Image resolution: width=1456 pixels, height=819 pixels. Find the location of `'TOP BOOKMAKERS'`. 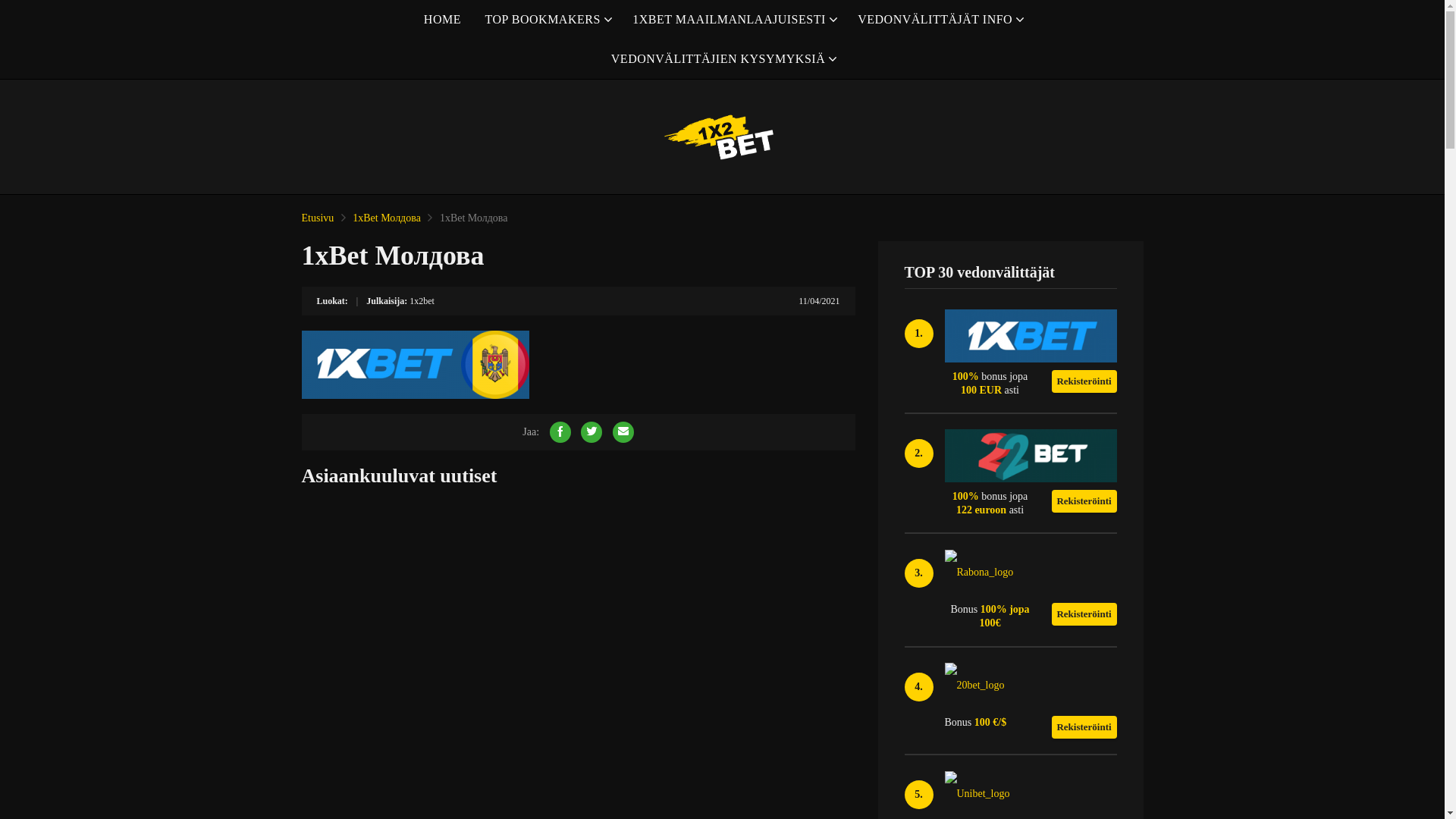

'TOP BOOKMAKERS' is located at coordinates (546, 20).